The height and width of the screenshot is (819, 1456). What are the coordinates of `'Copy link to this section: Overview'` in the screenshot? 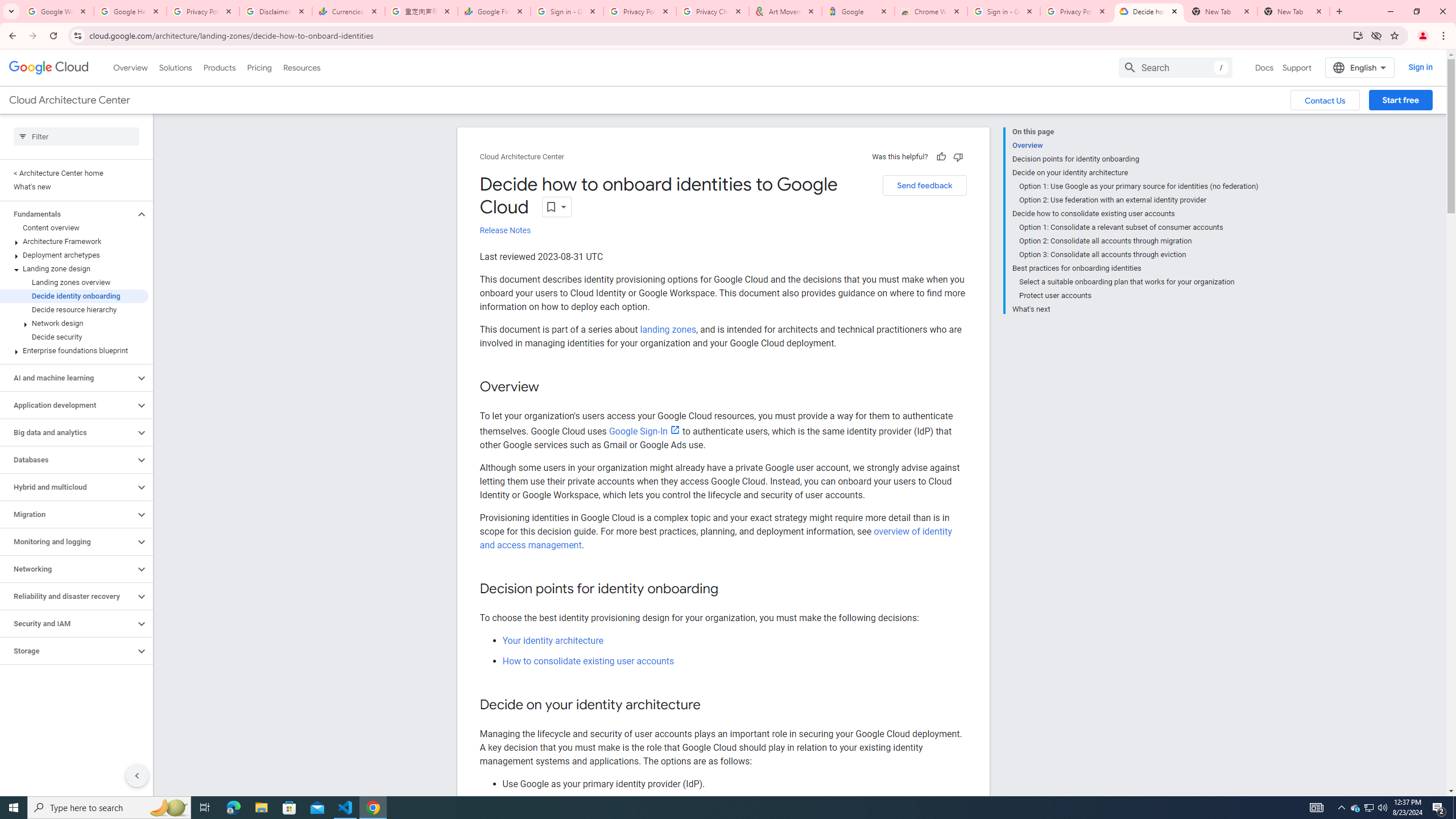 It's located at (549, 387).